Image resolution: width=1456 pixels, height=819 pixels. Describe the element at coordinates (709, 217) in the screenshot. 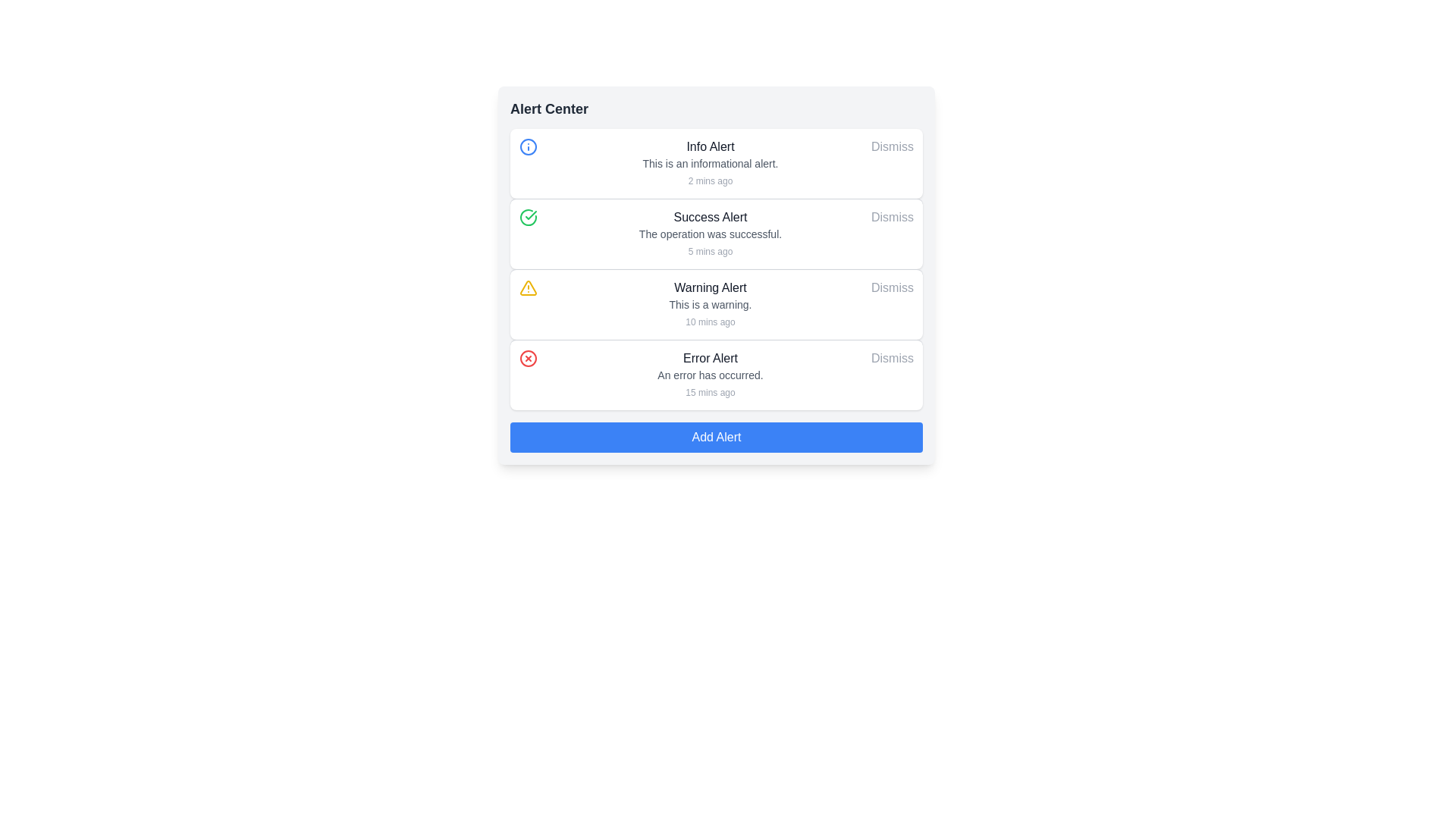

I see `the 'Success Alert' text label, which is styled with medium-sized, bold, gray text and is located in the second notification card in a vertically stacked list` at that location.